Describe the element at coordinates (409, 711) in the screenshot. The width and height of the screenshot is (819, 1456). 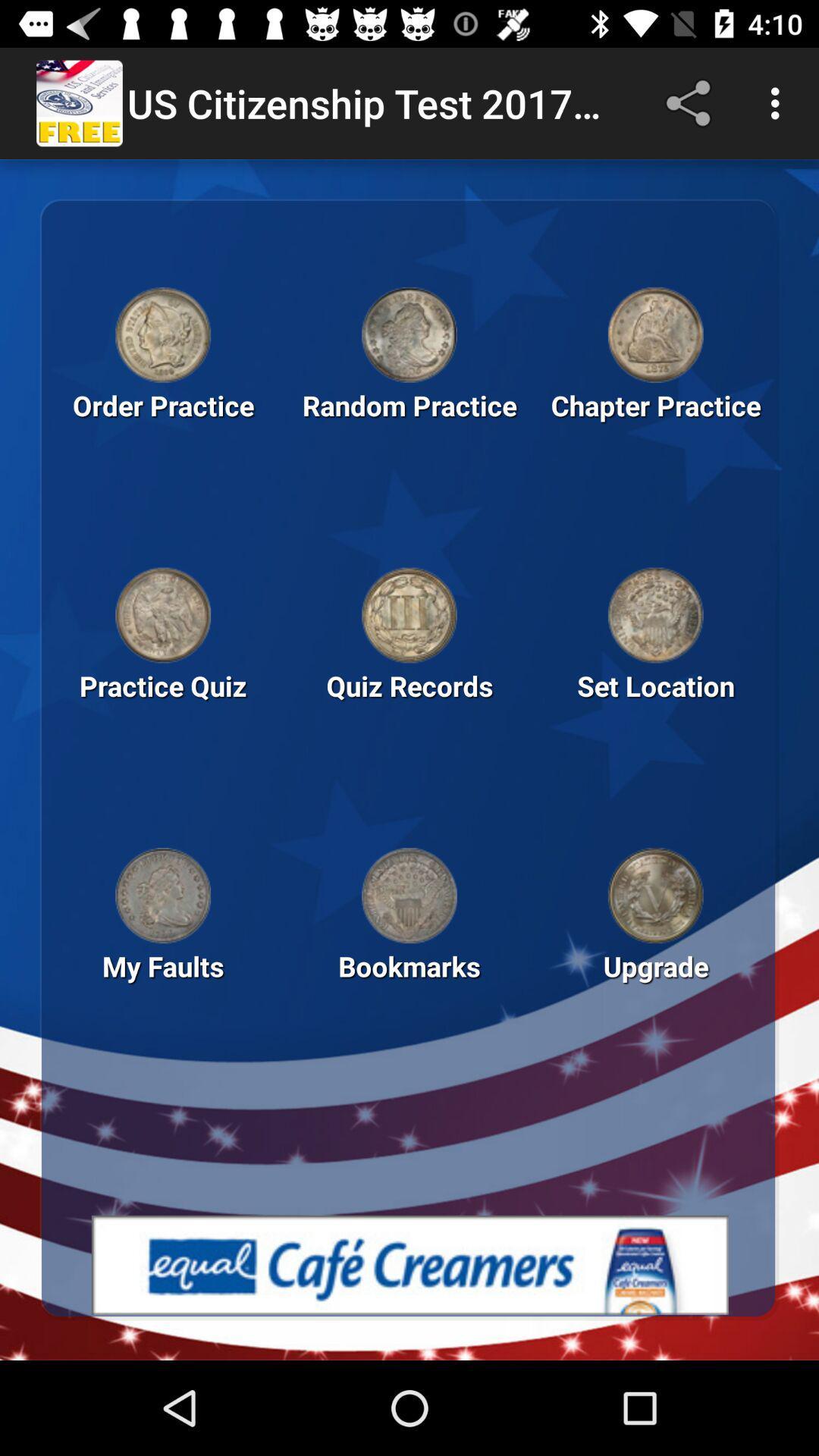
I see `the text which is immediately below the second row second image` at that location.